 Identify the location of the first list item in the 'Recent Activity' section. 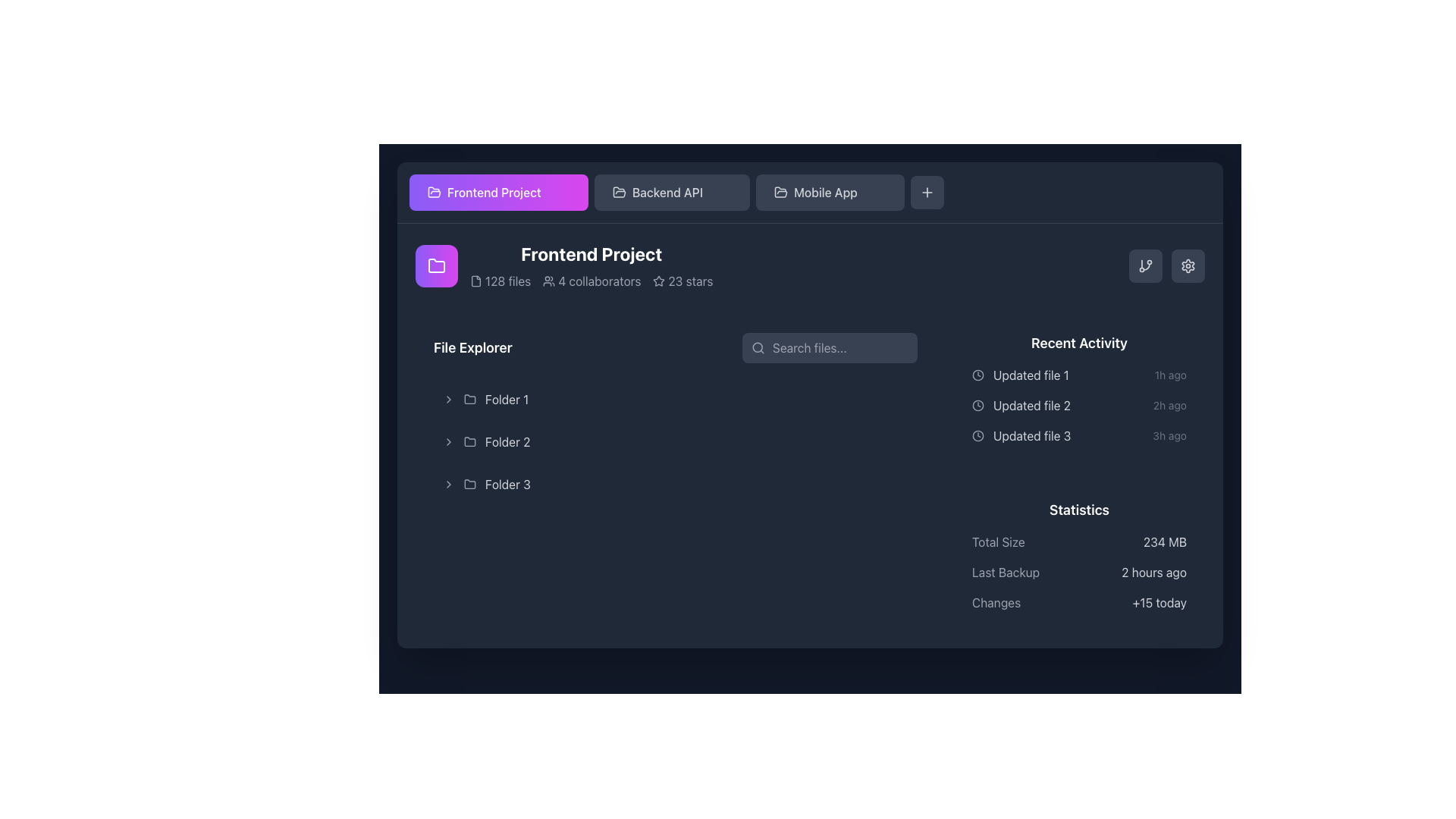
(1078, 375).